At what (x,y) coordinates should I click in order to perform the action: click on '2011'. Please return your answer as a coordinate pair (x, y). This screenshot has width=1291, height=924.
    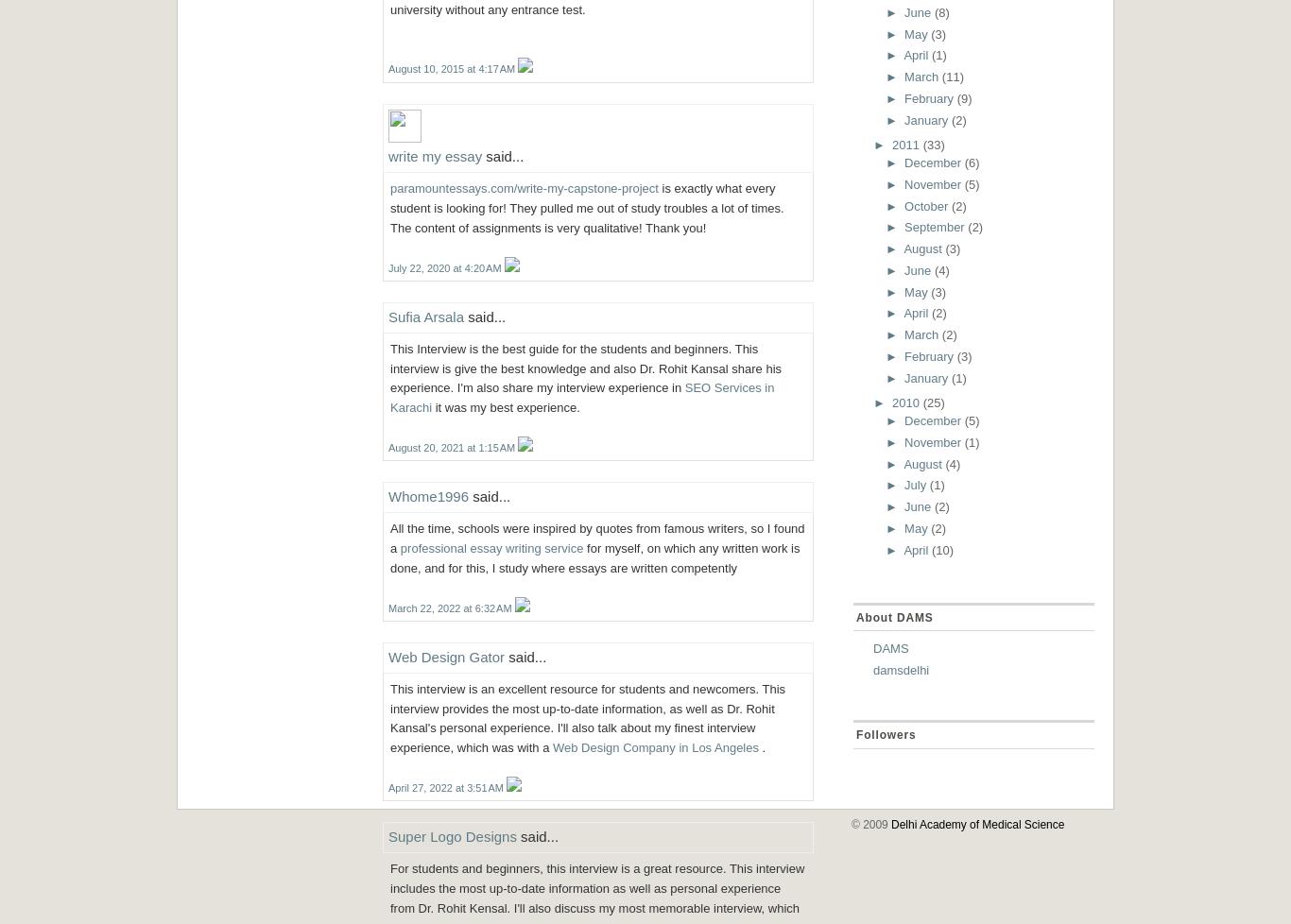
    Looking at the image, I should click on (905, 144).